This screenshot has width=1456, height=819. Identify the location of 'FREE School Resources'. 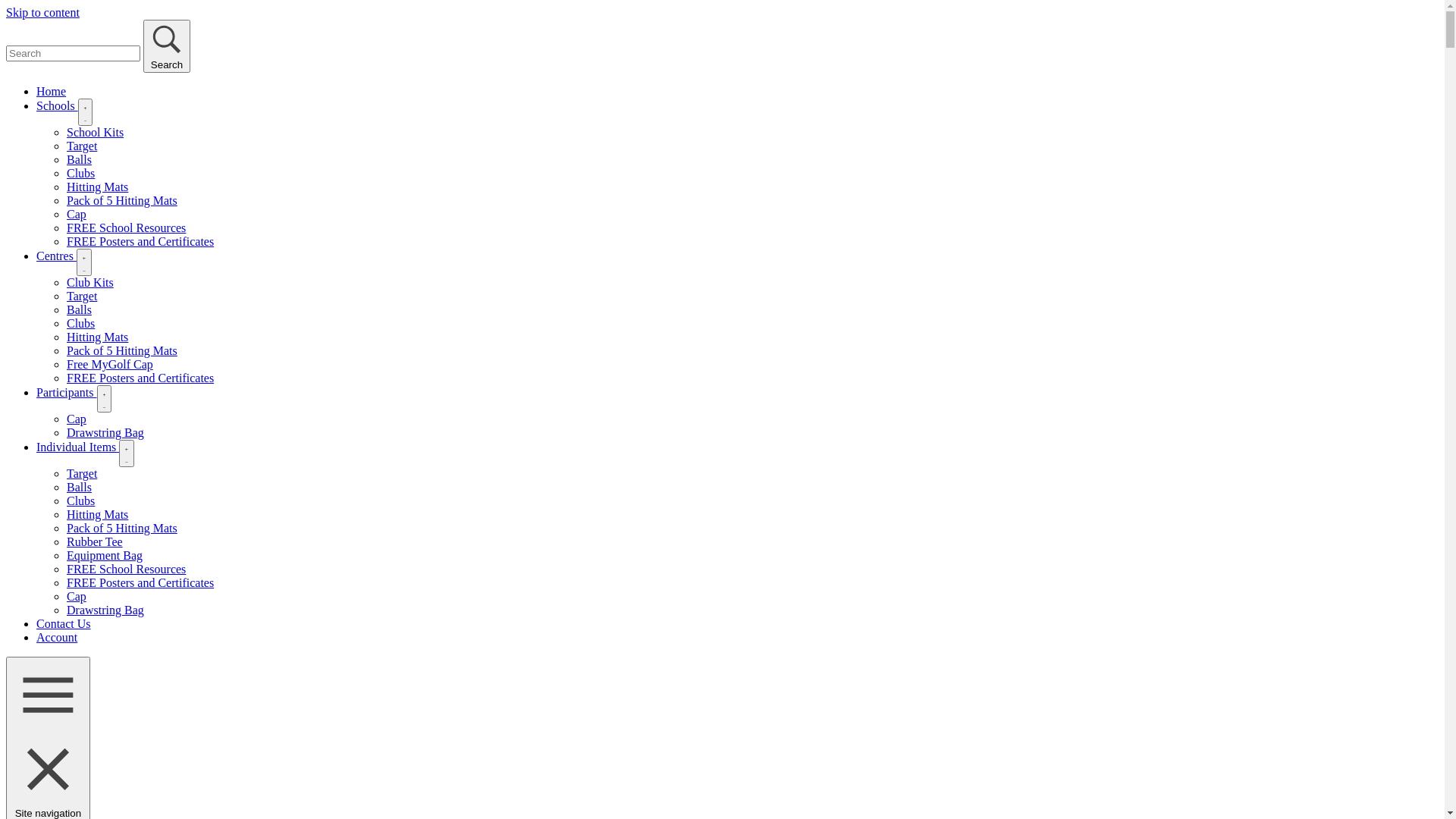
(126, 569).